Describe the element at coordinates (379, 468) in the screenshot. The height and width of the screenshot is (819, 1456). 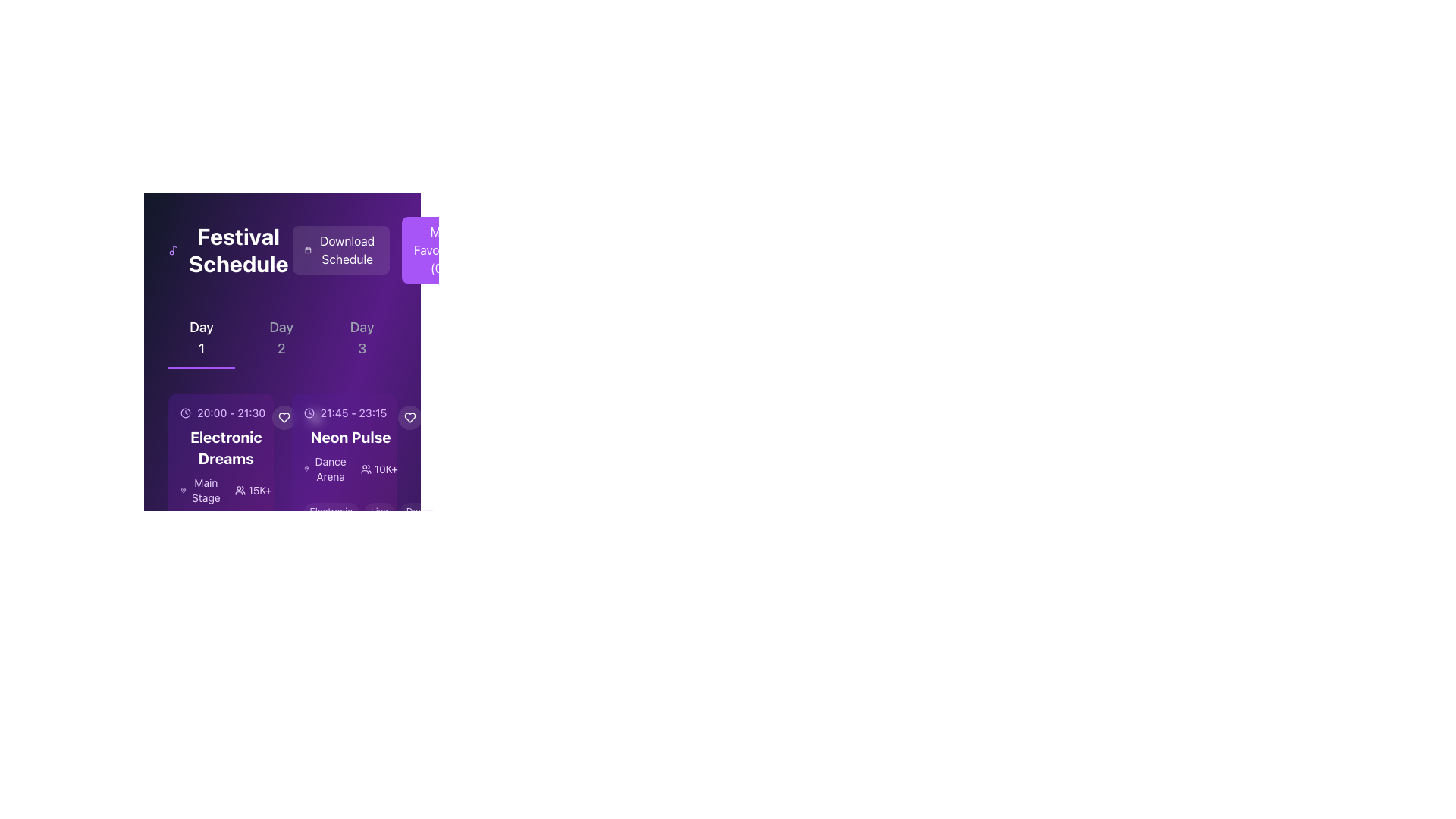
I see `the Text and Icon Label displaying the attendance or popularity metric for the Neon Pulse event listed under Day 1 in the Festival Schedule` at that location.